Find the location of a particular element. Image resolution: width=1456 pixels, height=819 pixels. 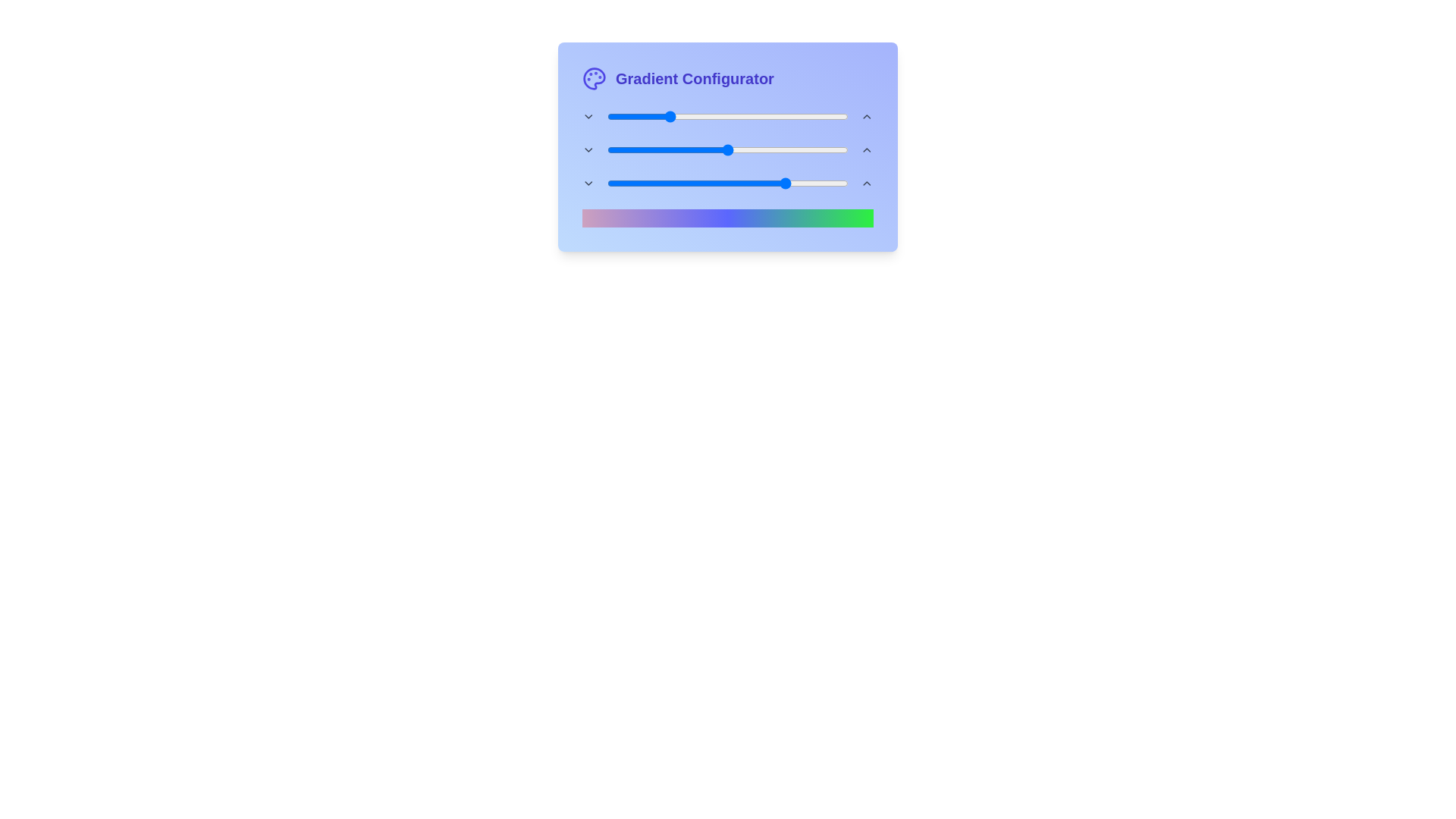

the mid gradient slider to 91 percent is located at coordinates (826, 149).